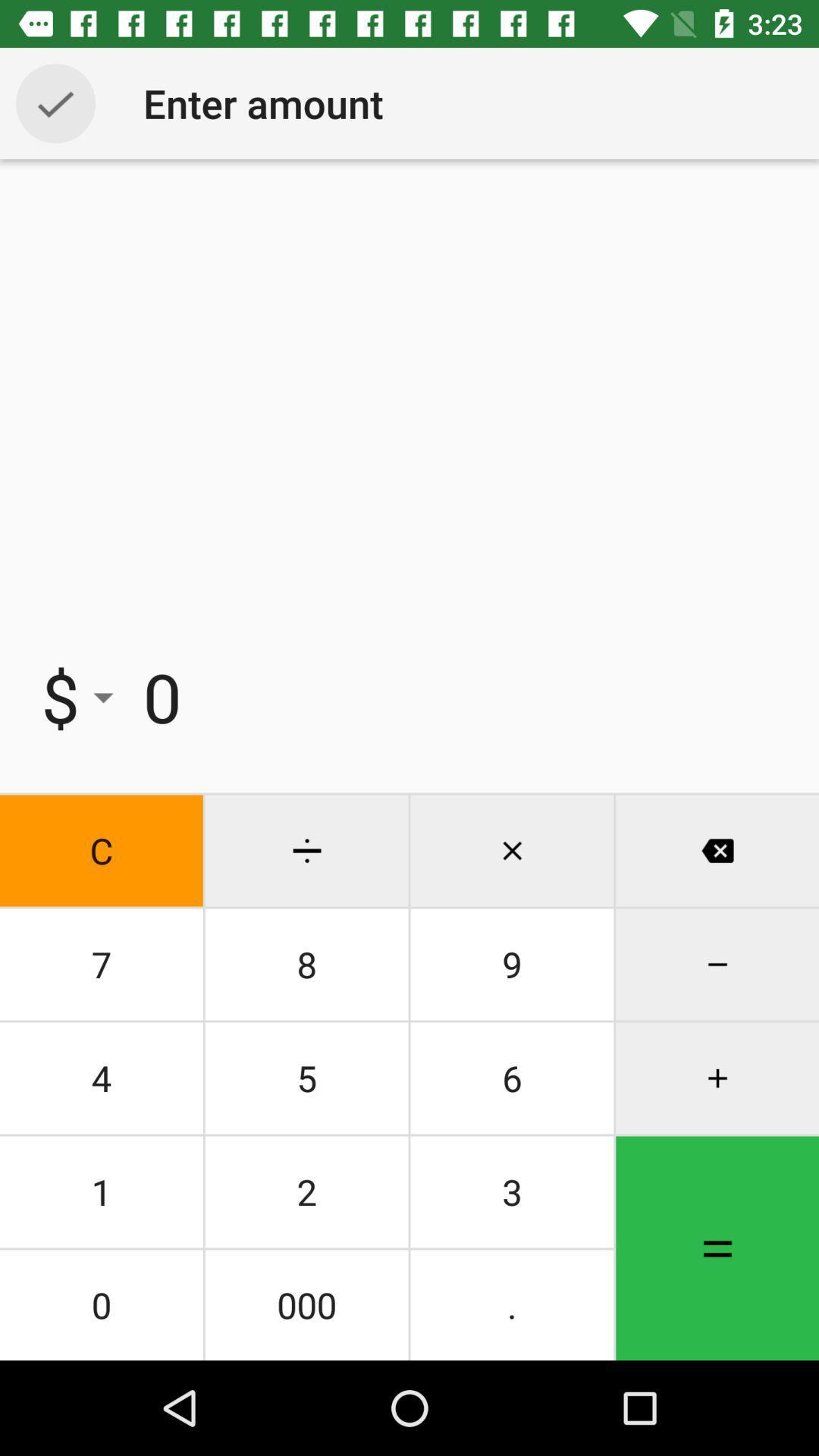  I want to click on the item next to the 0 item, so click(79, 696).